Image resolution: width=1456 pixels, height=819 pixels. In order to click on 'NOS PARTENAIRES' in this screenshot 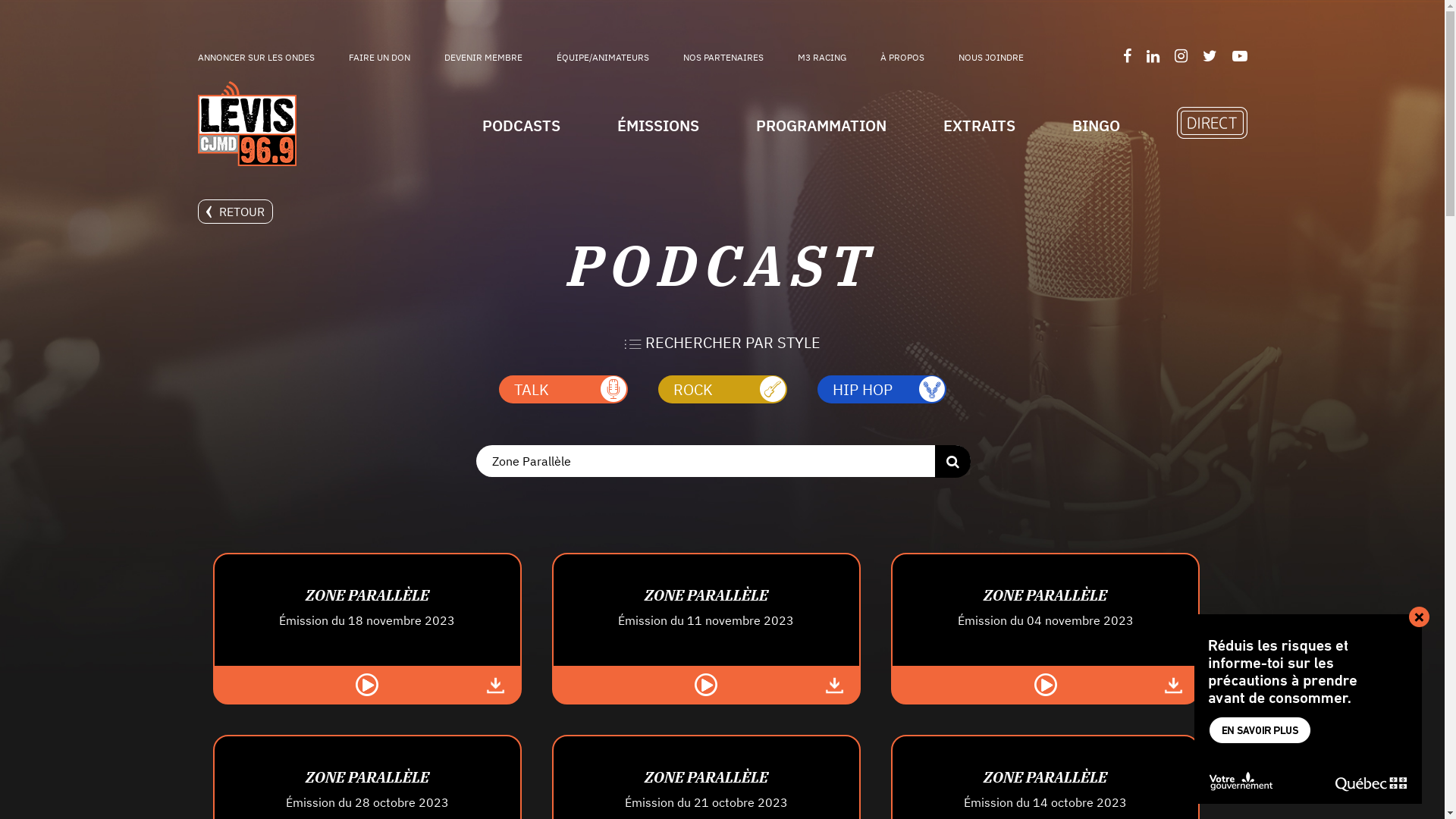, I will do `click(682, 56)`.